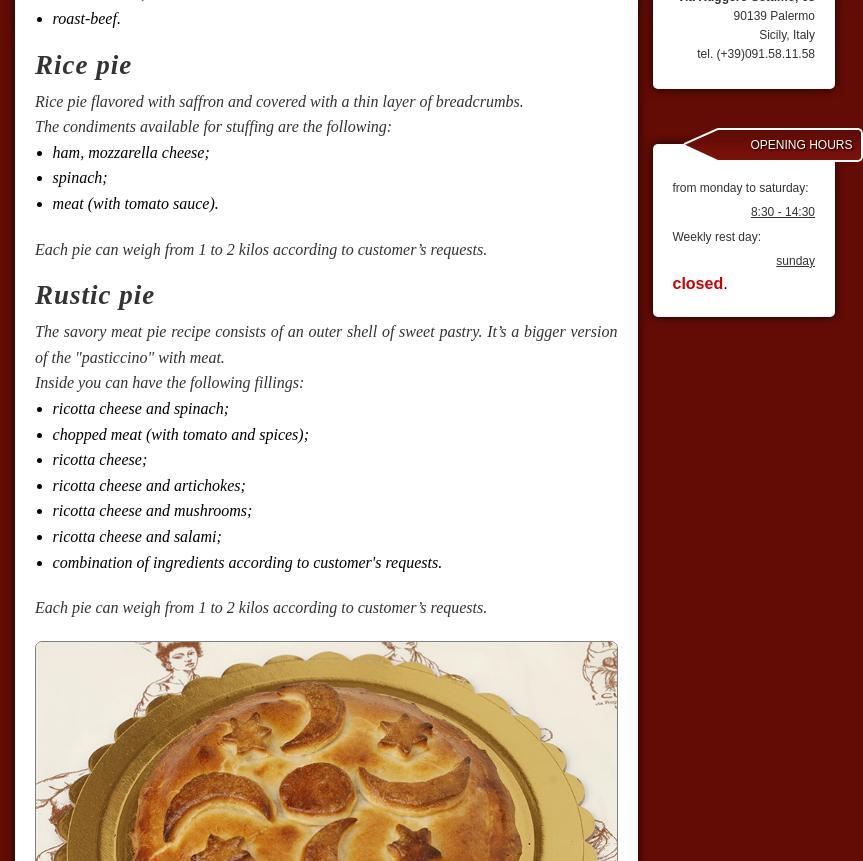  What do you see at coordinates (774, 14) in the screenshot?
I see `'90139 Palermo'` at bounding box center [774, 14].